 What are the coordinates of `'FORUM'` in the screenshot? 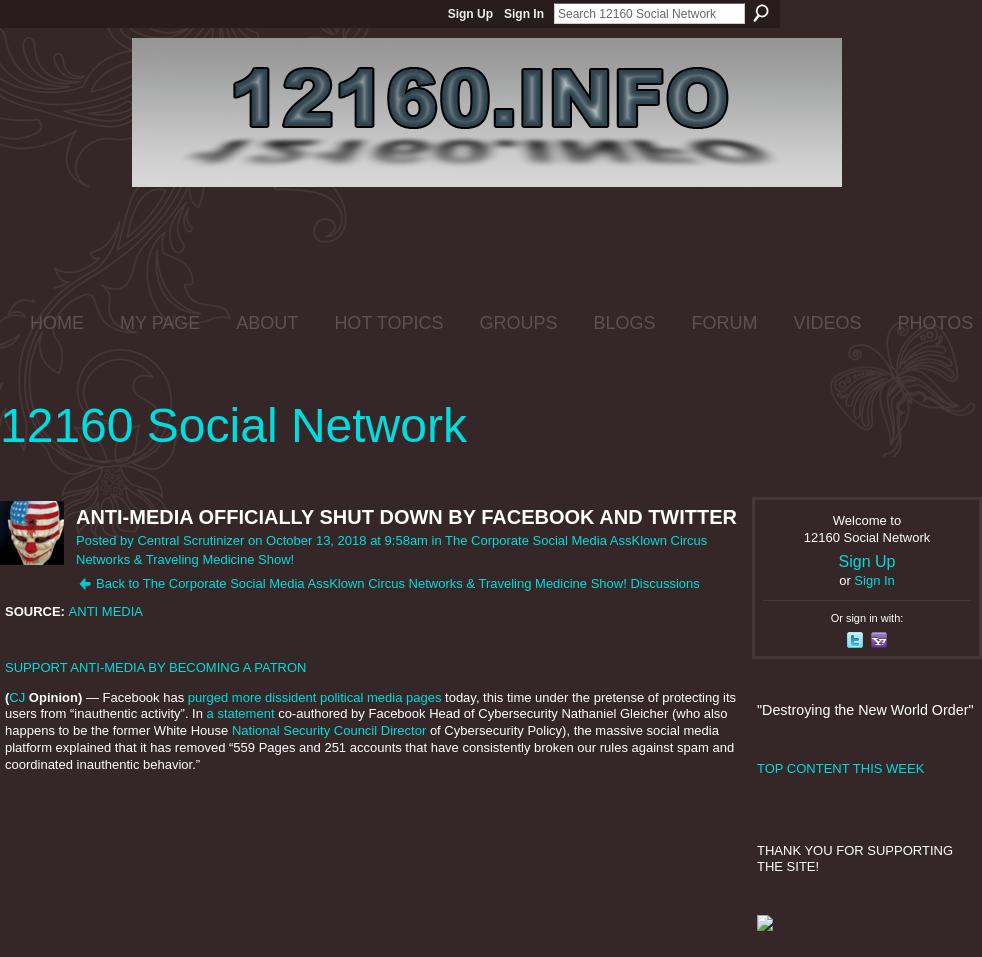 It's located at (723, 322).